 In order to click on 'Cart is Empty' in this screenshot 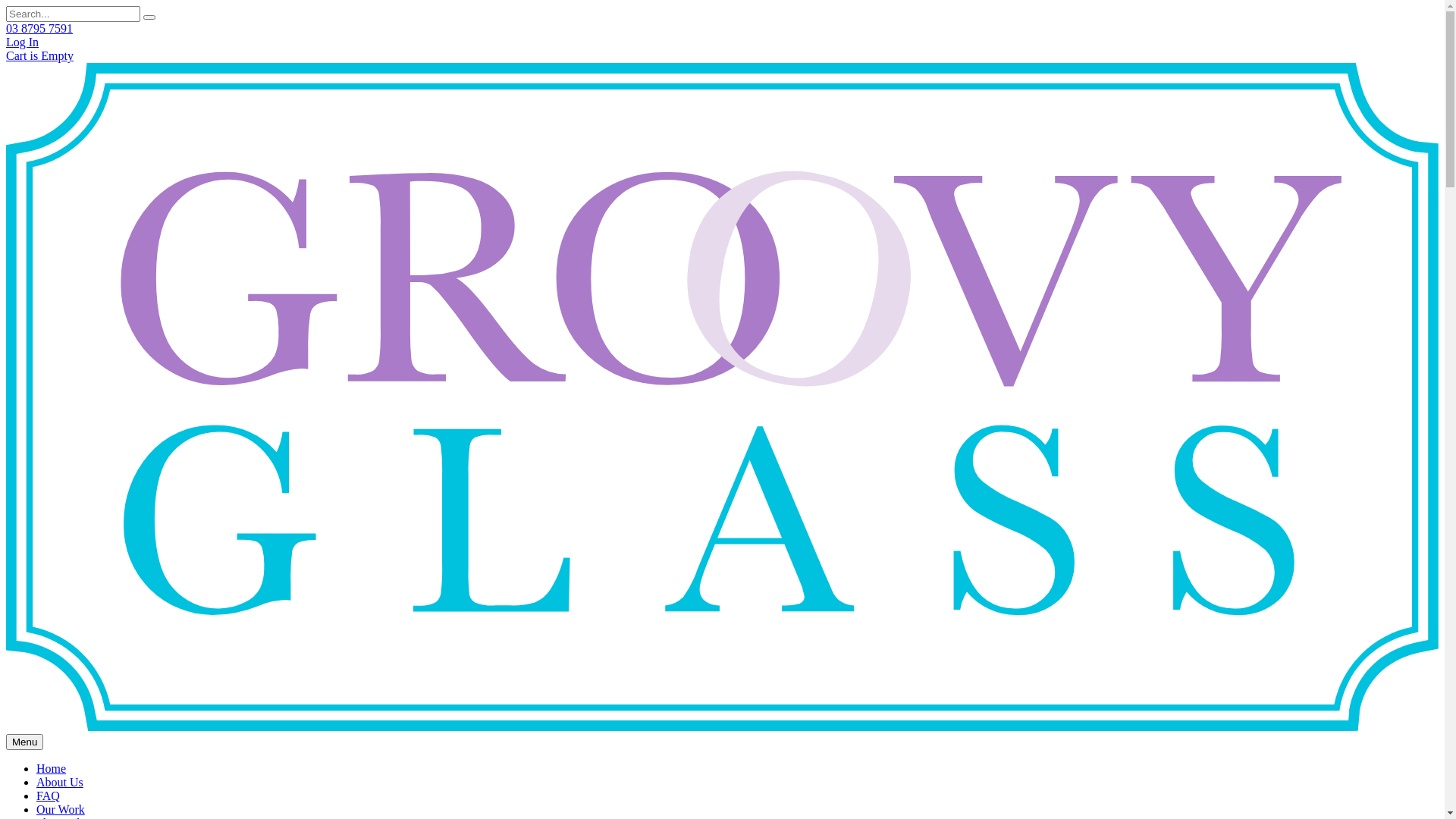, I will do `click(39, 55)`.